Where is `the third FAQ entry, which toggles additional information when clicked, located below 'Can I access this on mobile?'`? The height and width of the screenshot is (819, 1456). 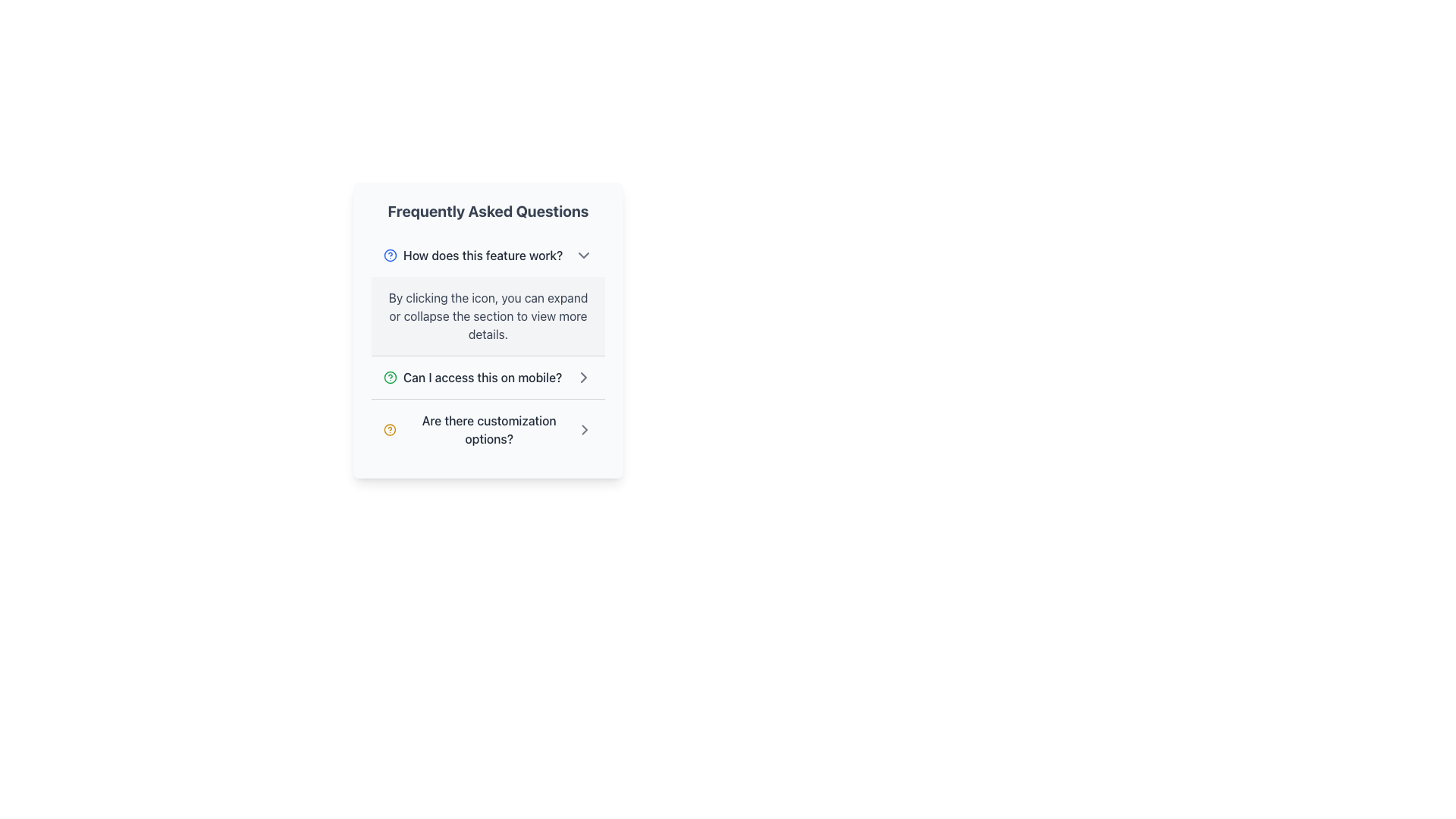
the third FAQ entry, which toggles additional information when clicked, located below 'Can I access this on mobile?' is located at coordinates (488, 430).